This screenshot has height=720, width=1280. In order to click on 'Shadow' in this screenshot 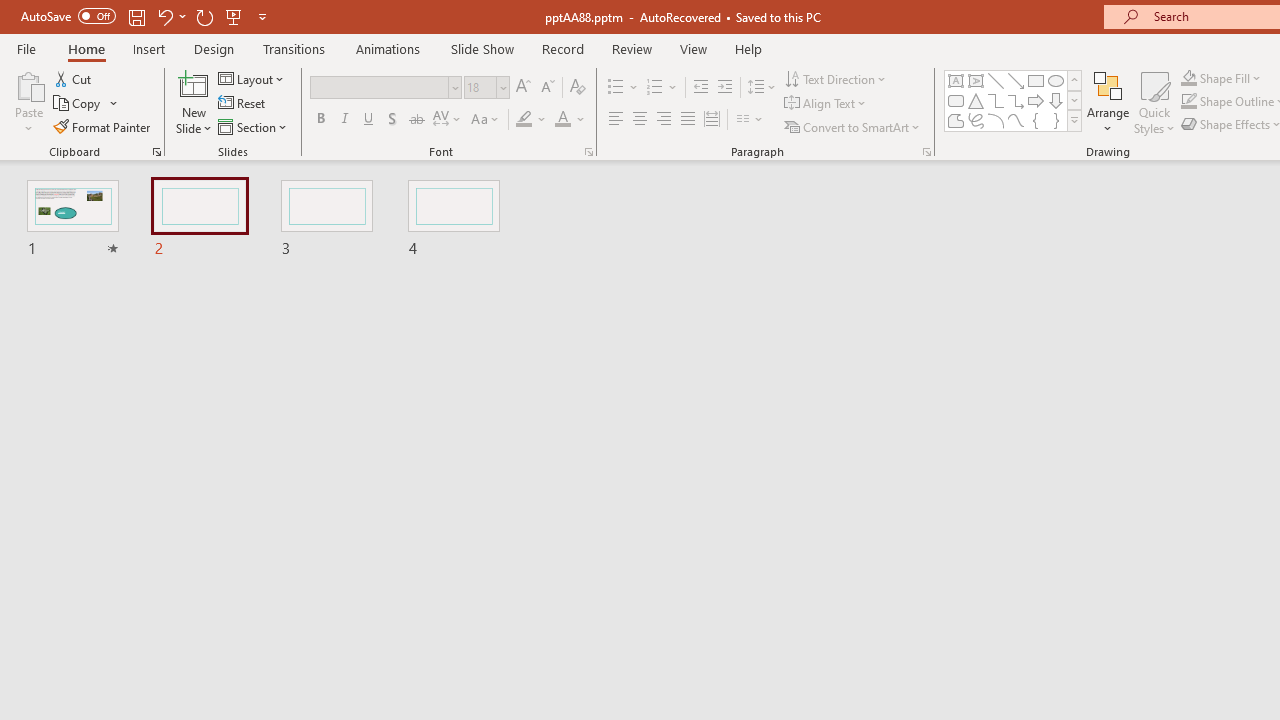, I will do `click(392, 119)`.